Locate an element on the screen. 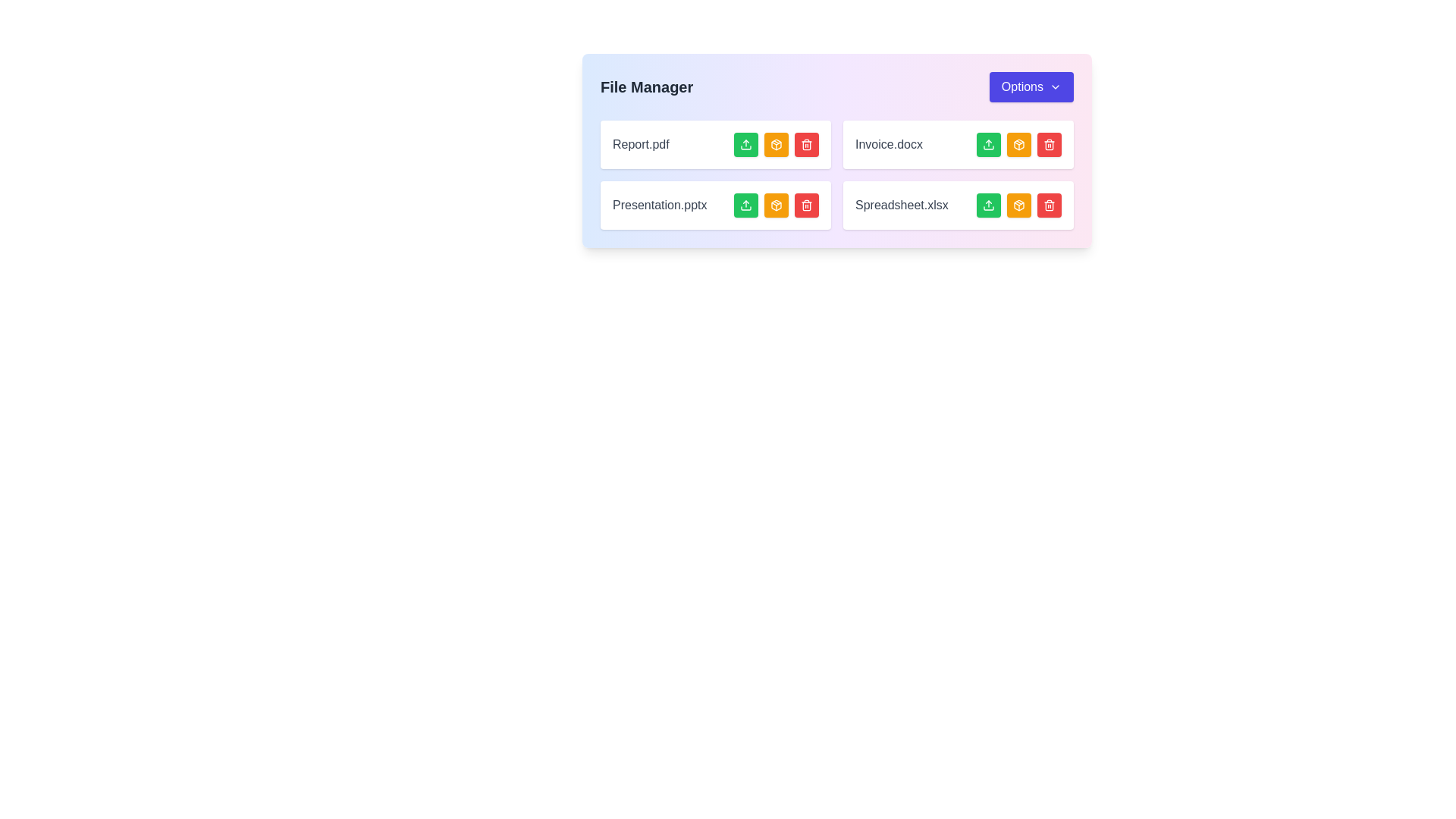 This screenshot has width=1456, height=819. the orange three-dimensional box icon located in the bottom row of the action icons for 'Spreadsheet.xlsx', positioned left of the trash can icon and right of the upward arrow icon is located at coordinates (1019, 205).